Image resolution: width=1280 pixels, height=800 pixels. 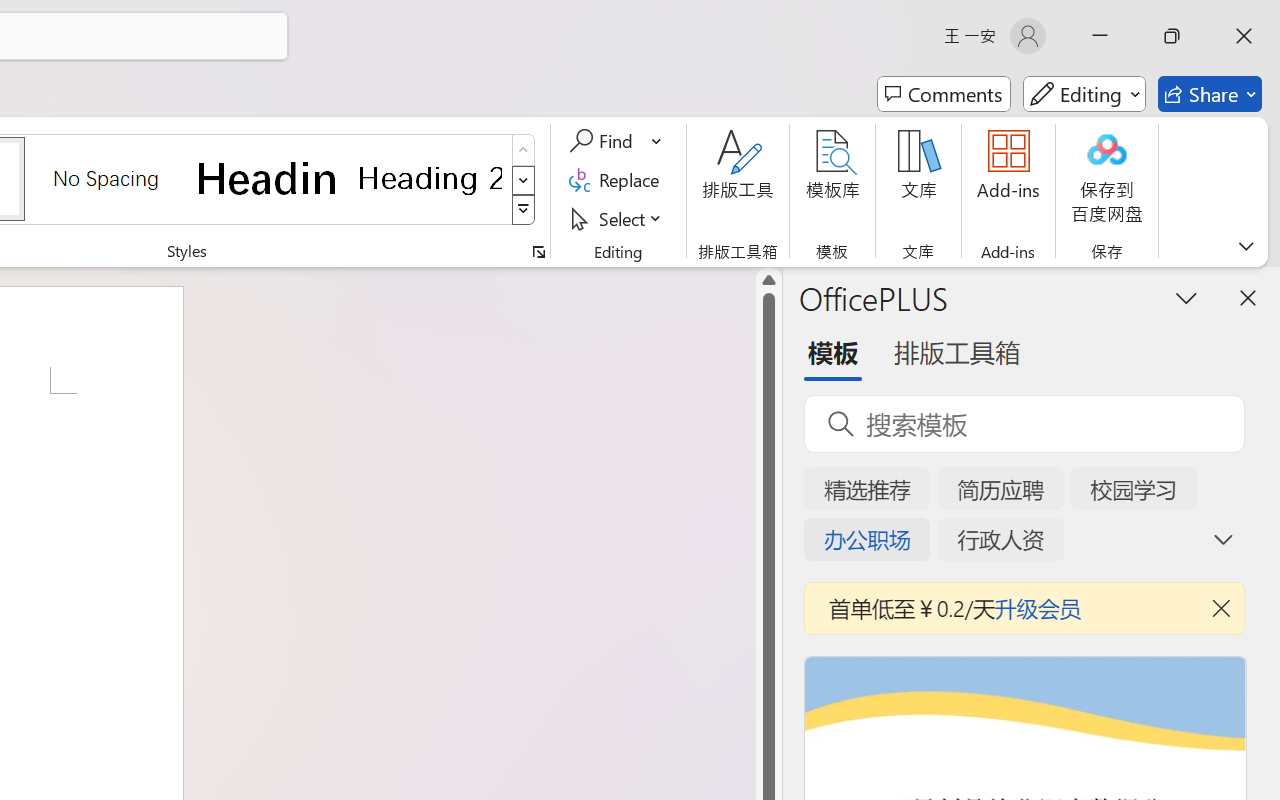 What do you see at coordinates (768, 280) in the screenshot?
I see `'Line up'` at bounding box center [768, 280].